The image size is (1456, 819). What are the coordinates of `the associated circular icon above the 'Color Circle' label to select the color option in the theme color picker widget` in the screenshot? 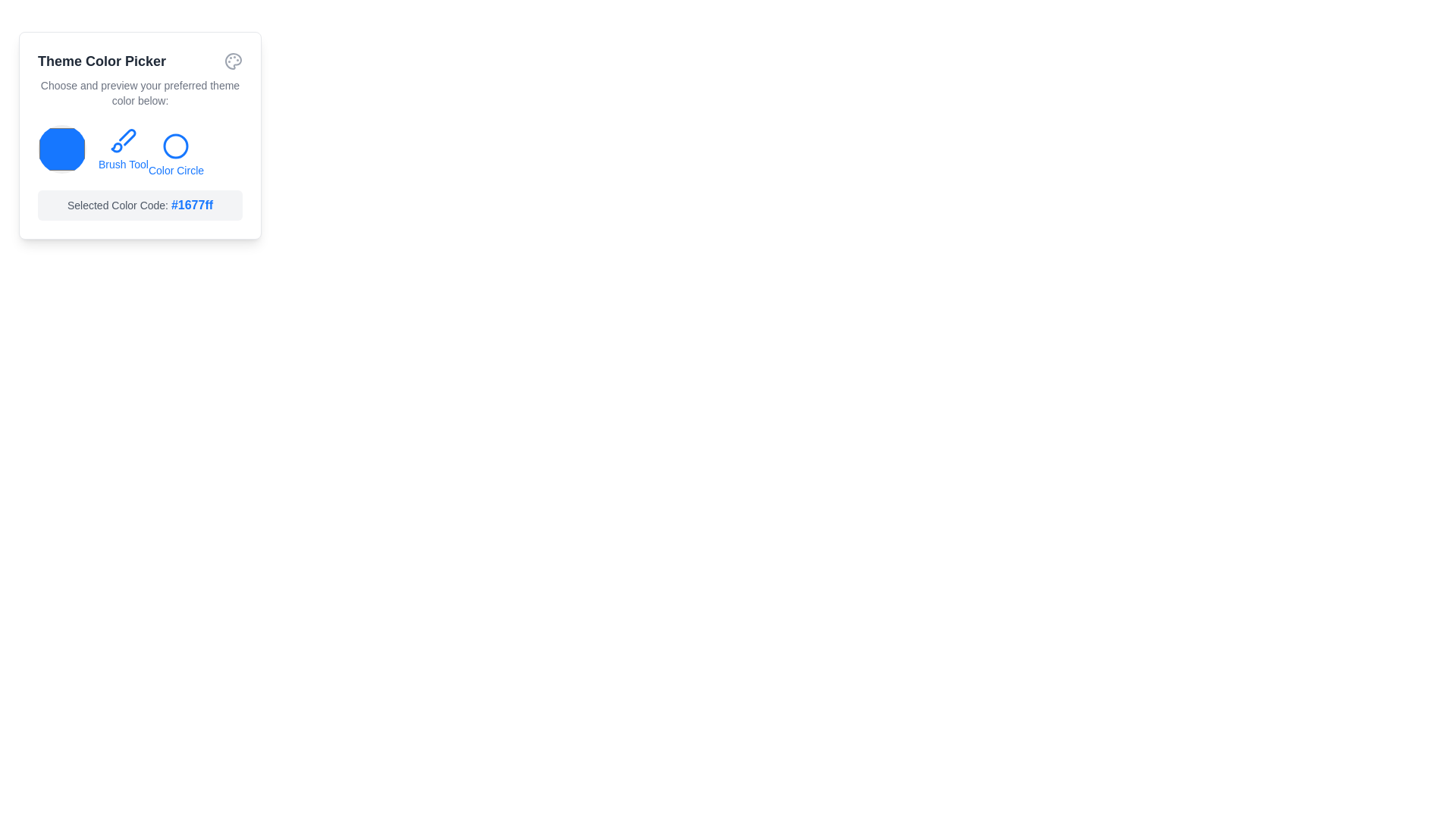 It's located at (176, 170).